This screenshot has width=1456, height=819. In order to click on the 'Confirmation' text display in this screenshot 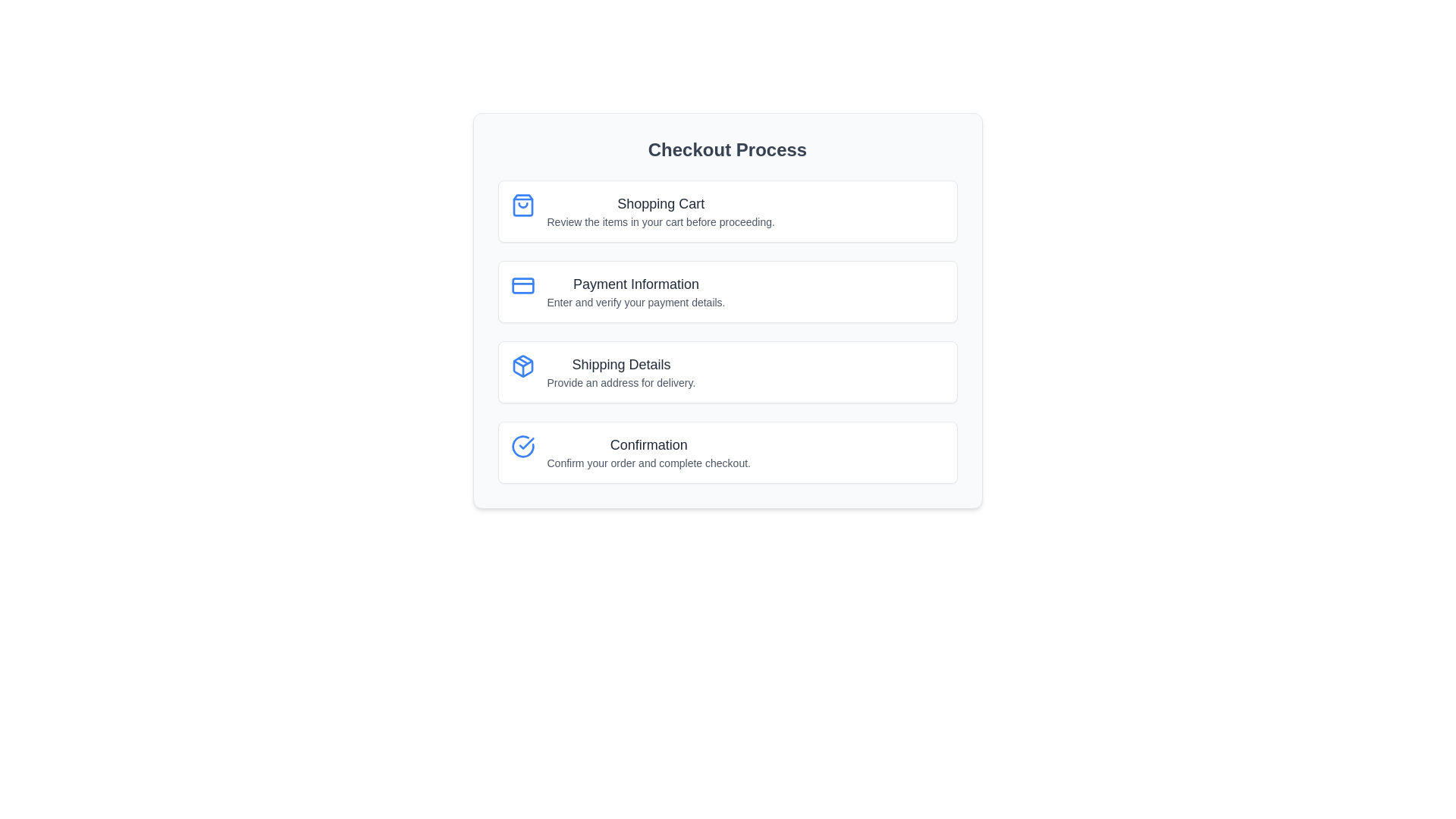, I will do `click(648, 452)`.